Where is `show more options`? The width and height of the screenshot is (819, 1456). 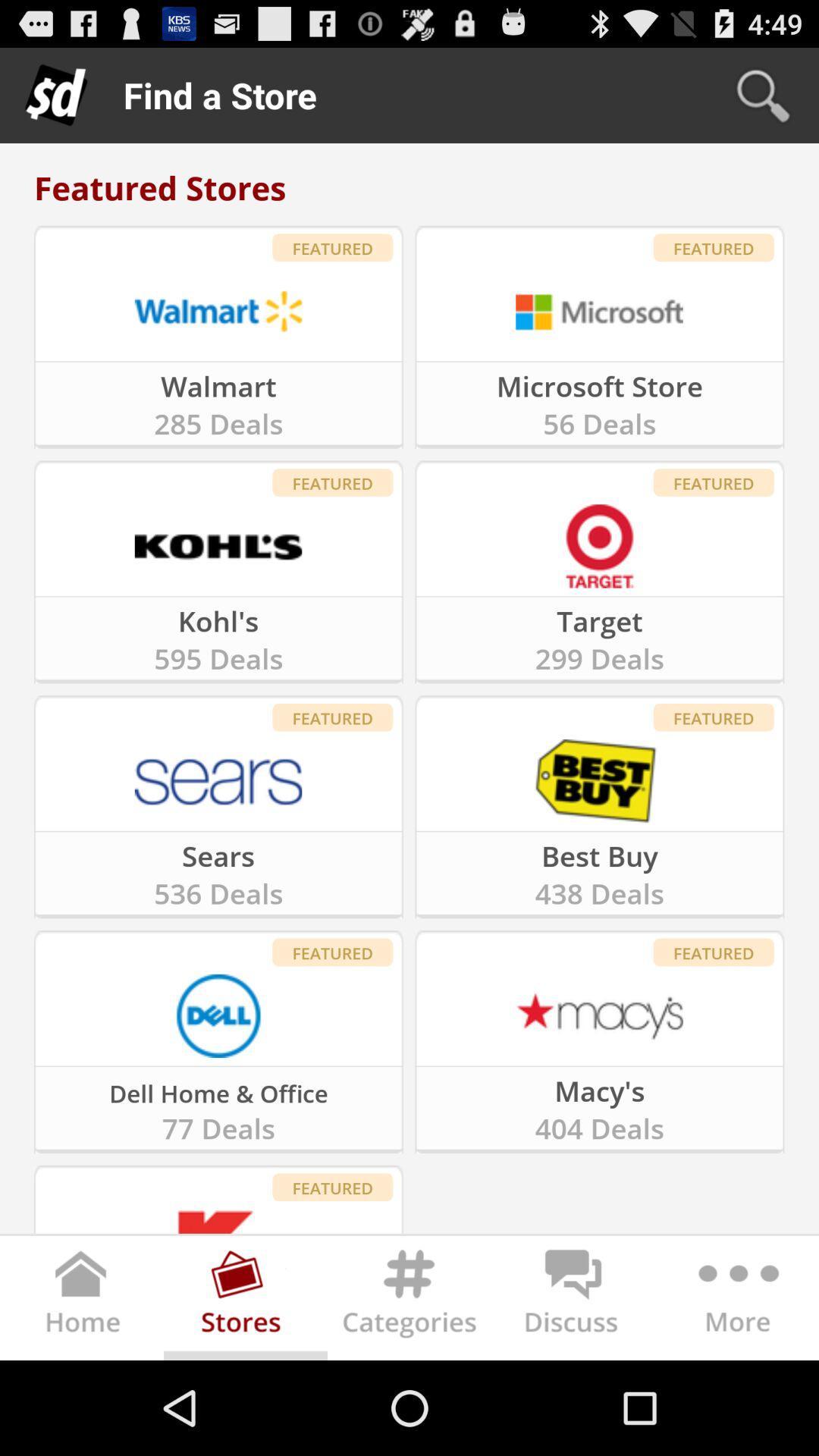
show more options is located at coordinates (736, 1300).